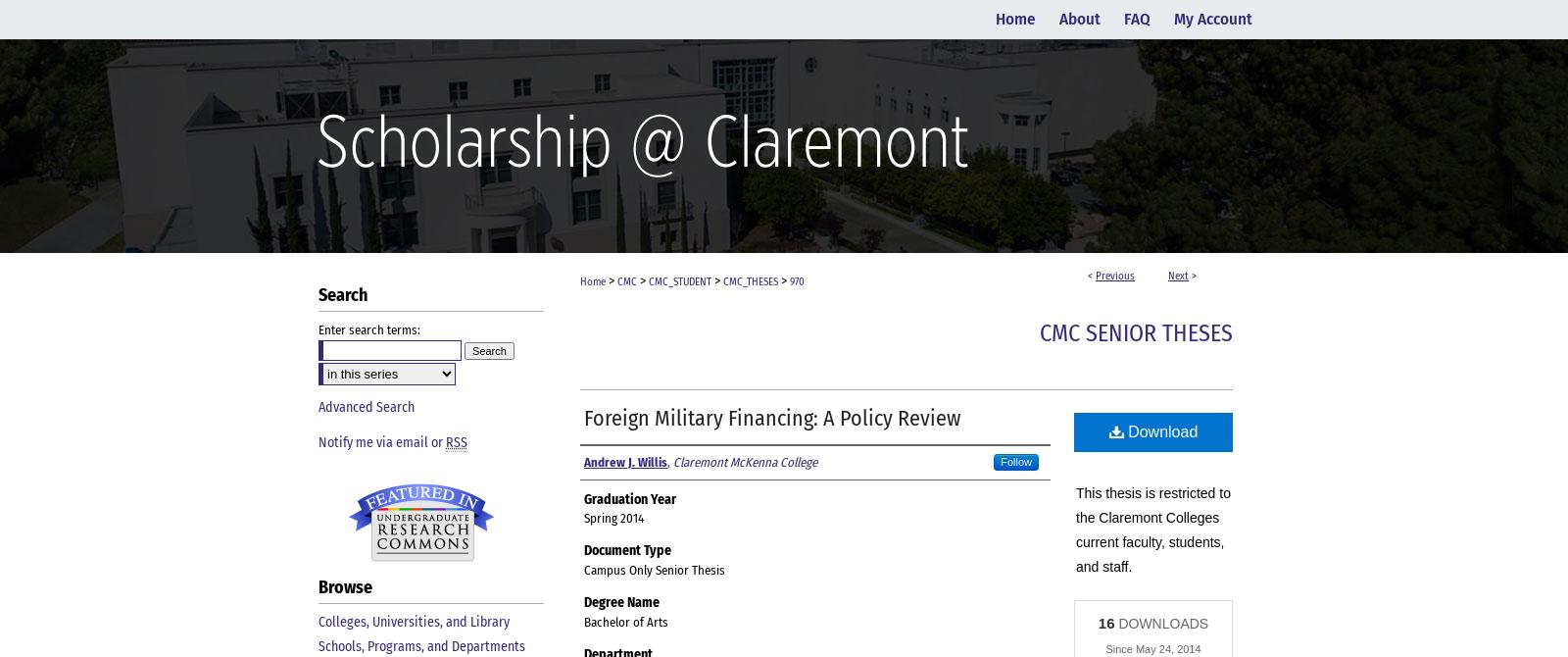  What do you see at coordinates (1105, 621) in the screenshot?
I see `'16'` at bounding box center [1105, 621].